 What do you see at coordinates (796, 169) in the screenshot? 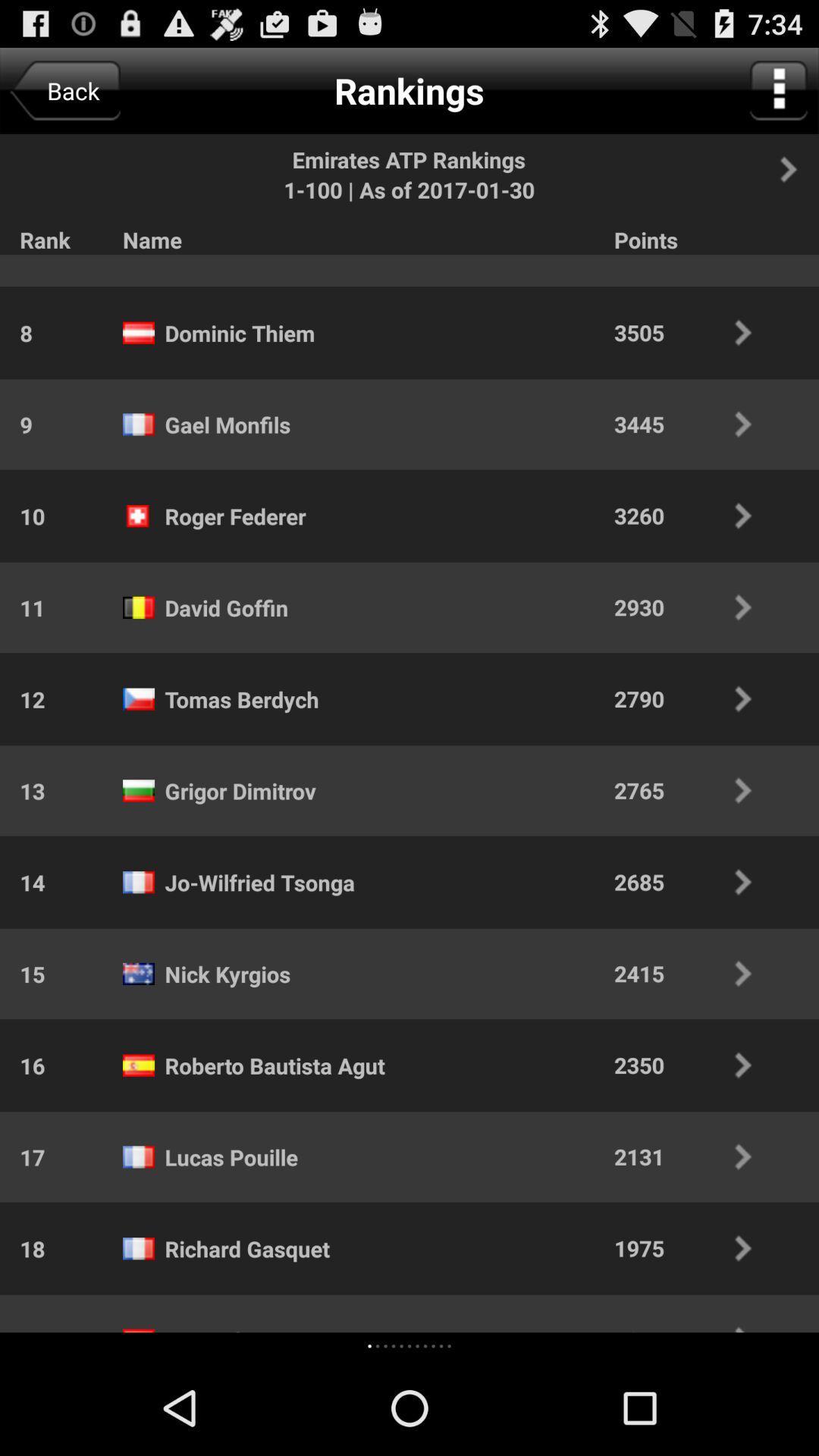
I see `an arrow that point to the right and when pressed move to the next page` at bounding box center [796, 169].